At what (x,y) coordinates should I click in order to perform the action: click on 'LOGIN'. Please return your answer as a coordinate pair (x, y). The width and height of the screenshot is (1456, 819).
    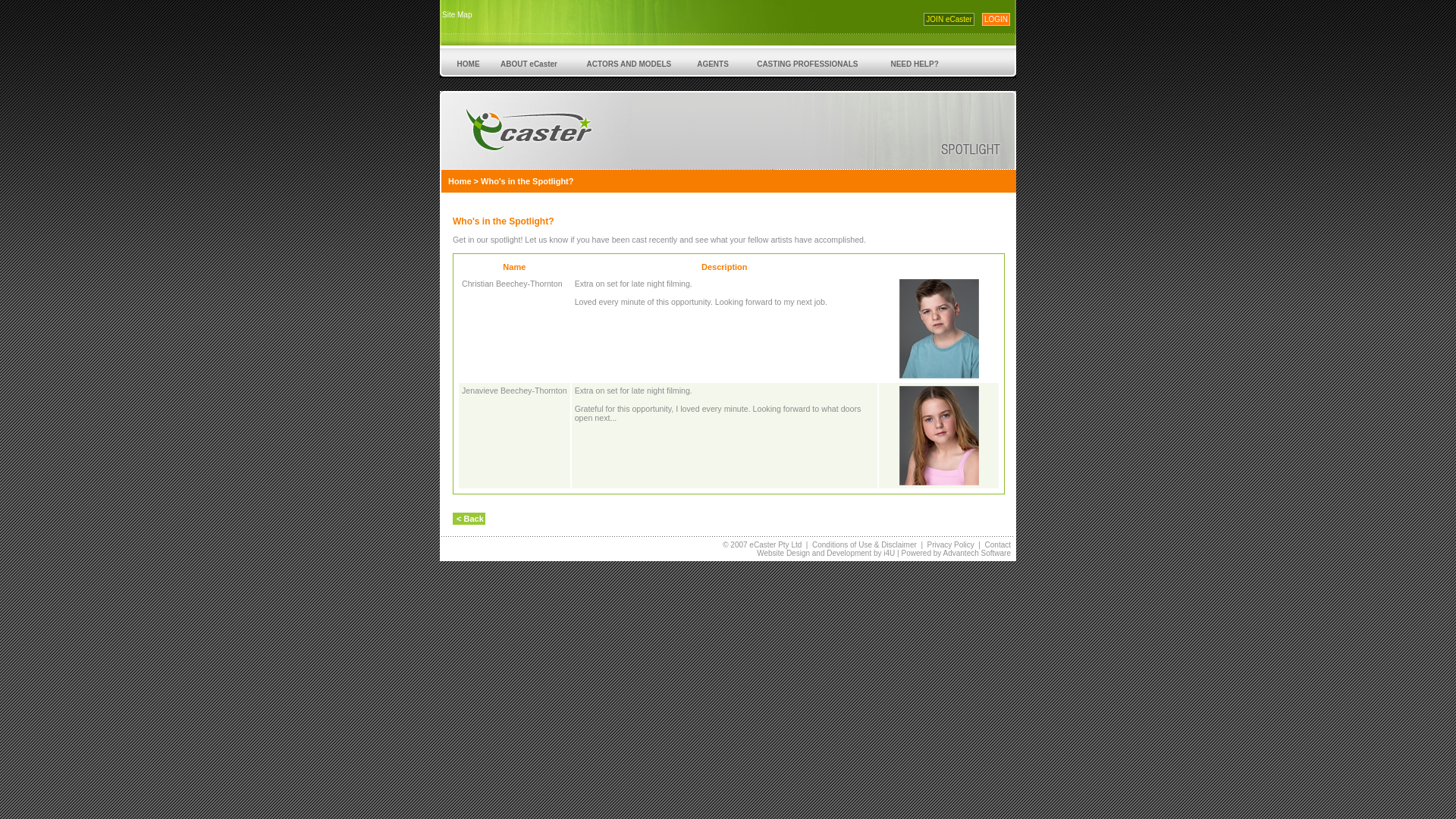
    Looking at the image, I should click on (982, 19).